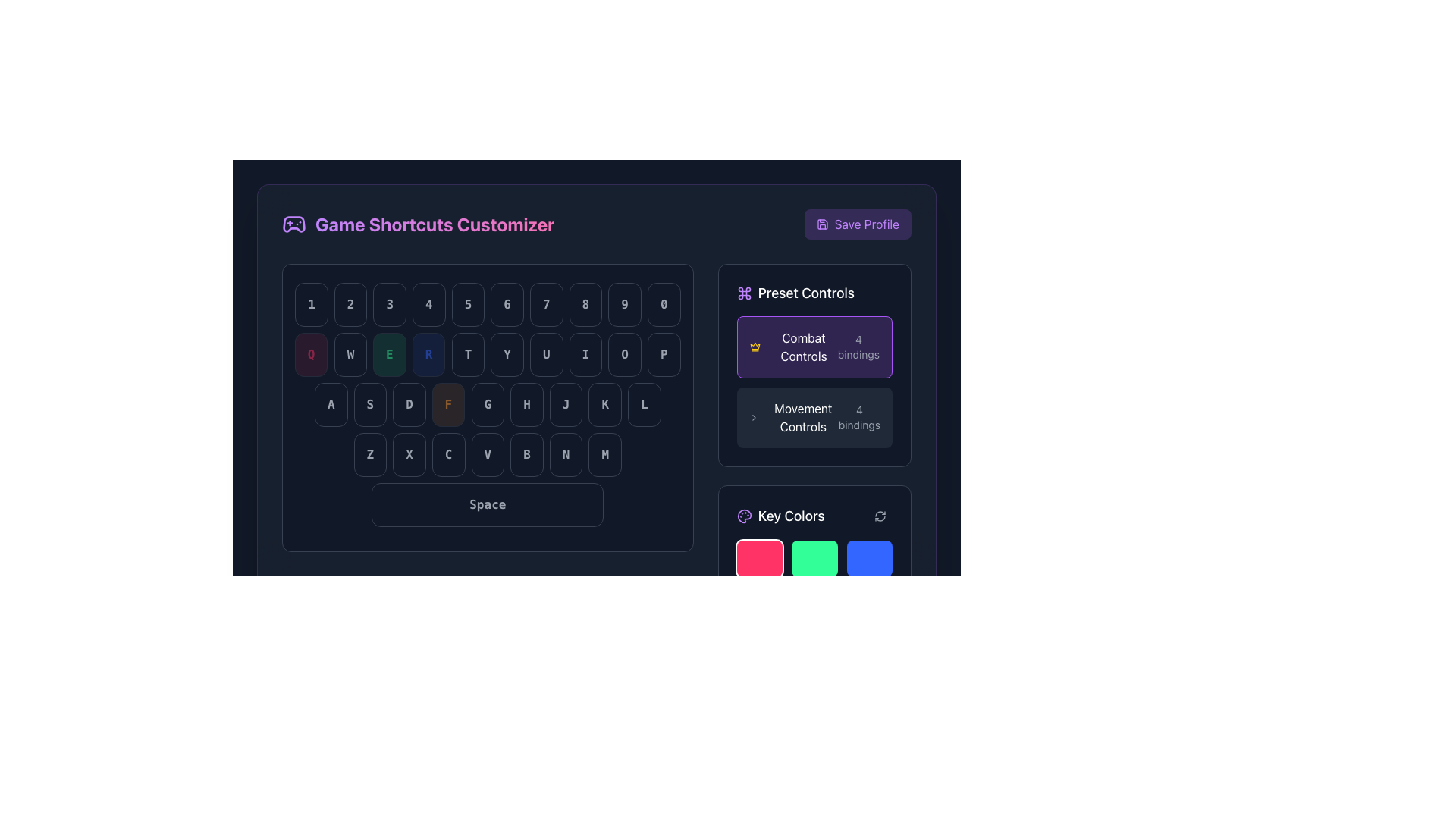 This screenshot has height=819, width=1456. Describe the element at coordinates (792, 418) in the screenshot. I see `the 'Movement Controls' label element, which features bold white text on a dark background with a right-chevron icon, located in the 'Preset Controls' section` at that location.